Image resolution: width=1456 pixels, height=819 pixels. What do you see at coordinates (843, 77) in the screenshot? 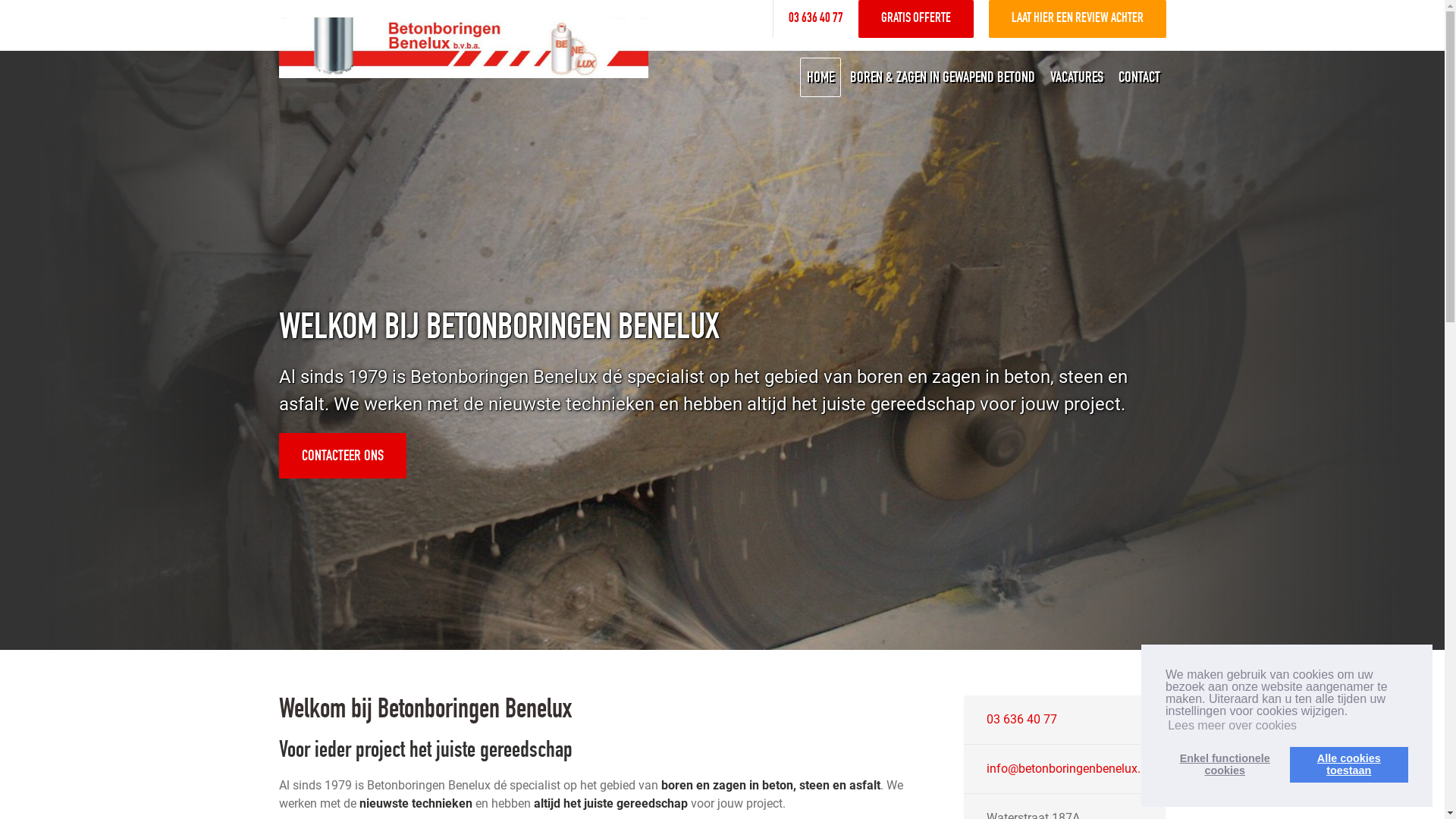
I see `'BOREN & ZAGEN IN GEWAPEND BETOND'` at bounding box center [843, 77].